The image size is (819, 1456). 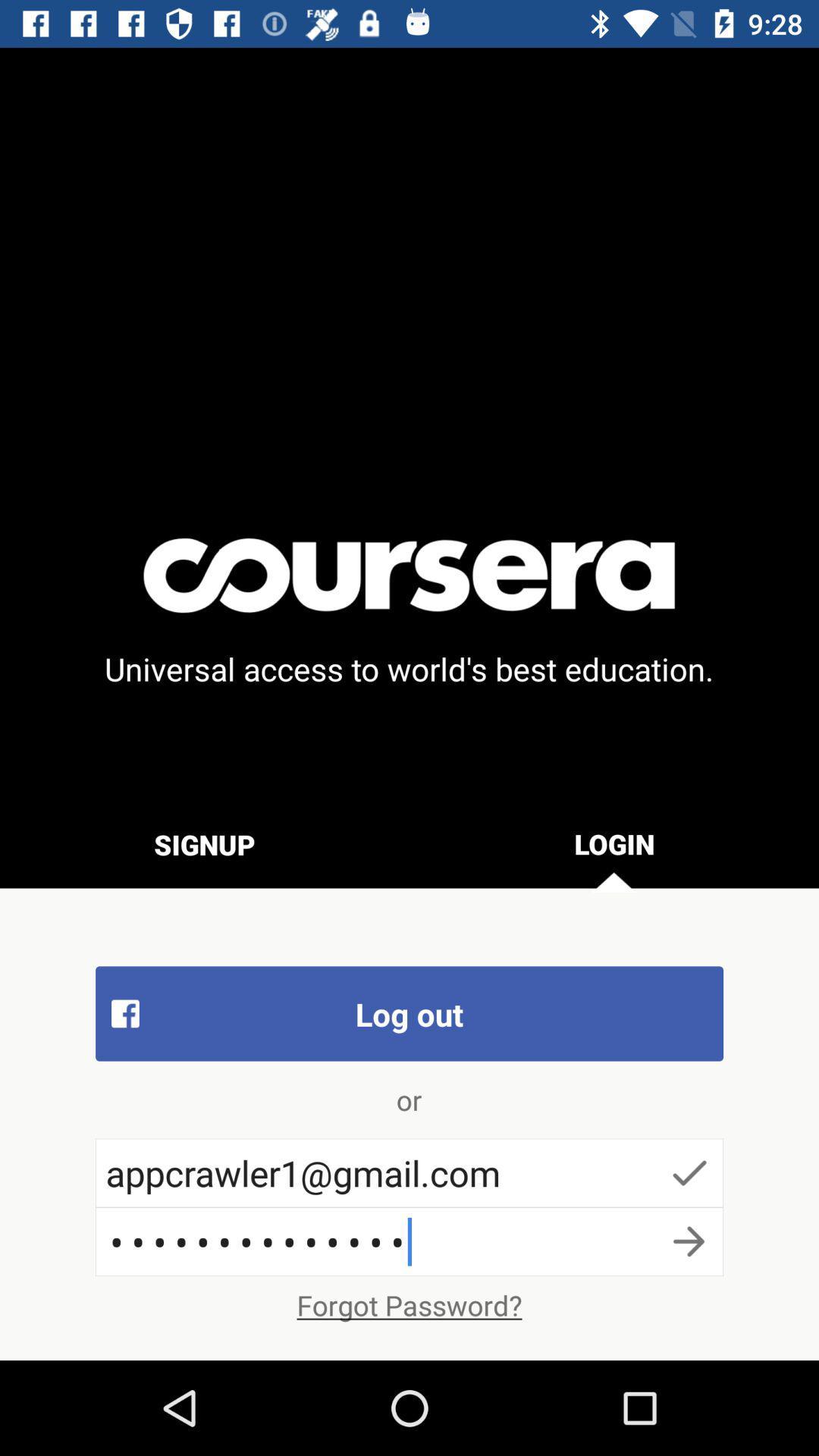 I want to click on the forgot password? item, so click(x=409, y=1304).